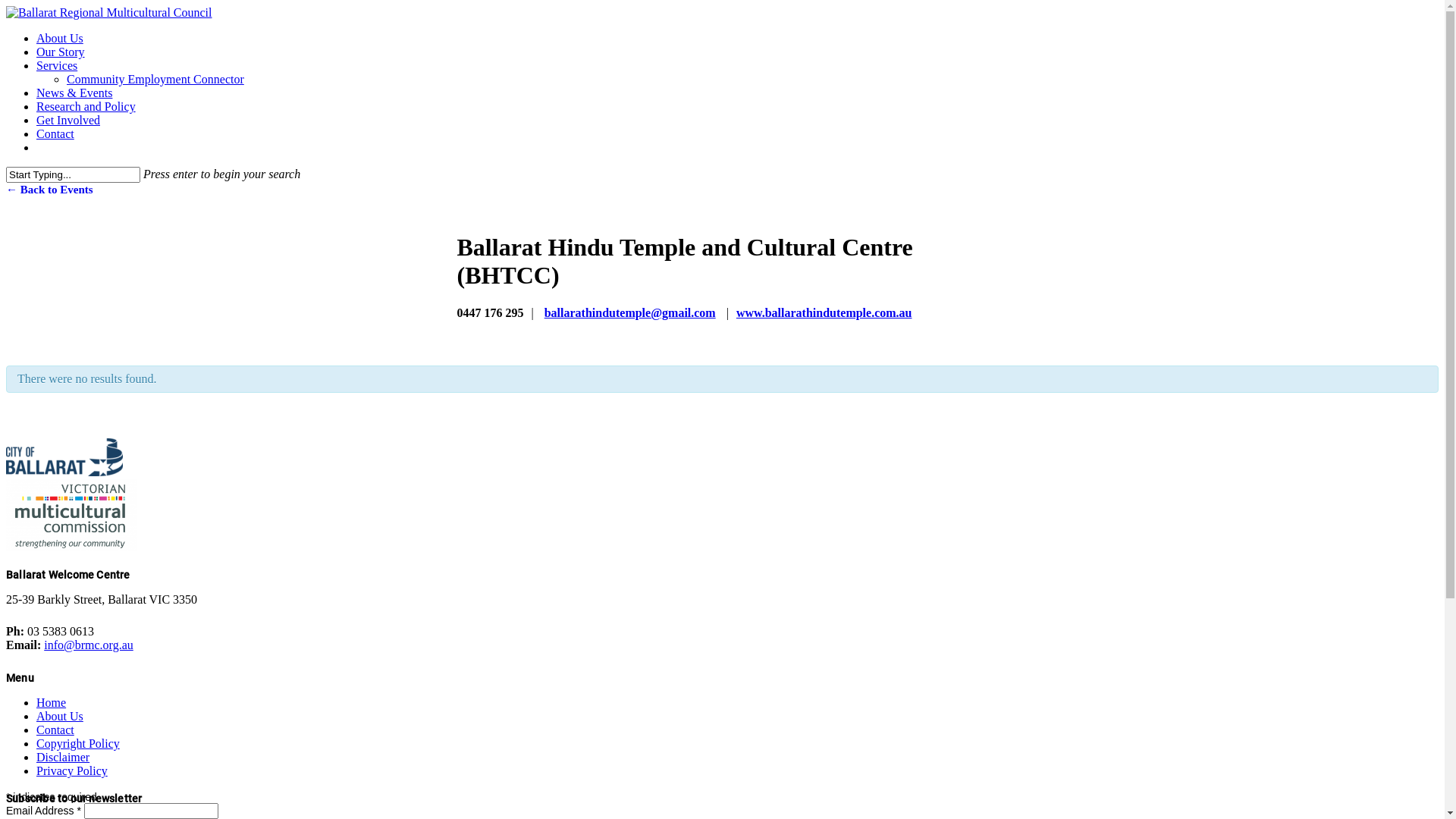  Describe the element at coordinates (51, 702) in the screenshot. I see `'Home'` at that location.